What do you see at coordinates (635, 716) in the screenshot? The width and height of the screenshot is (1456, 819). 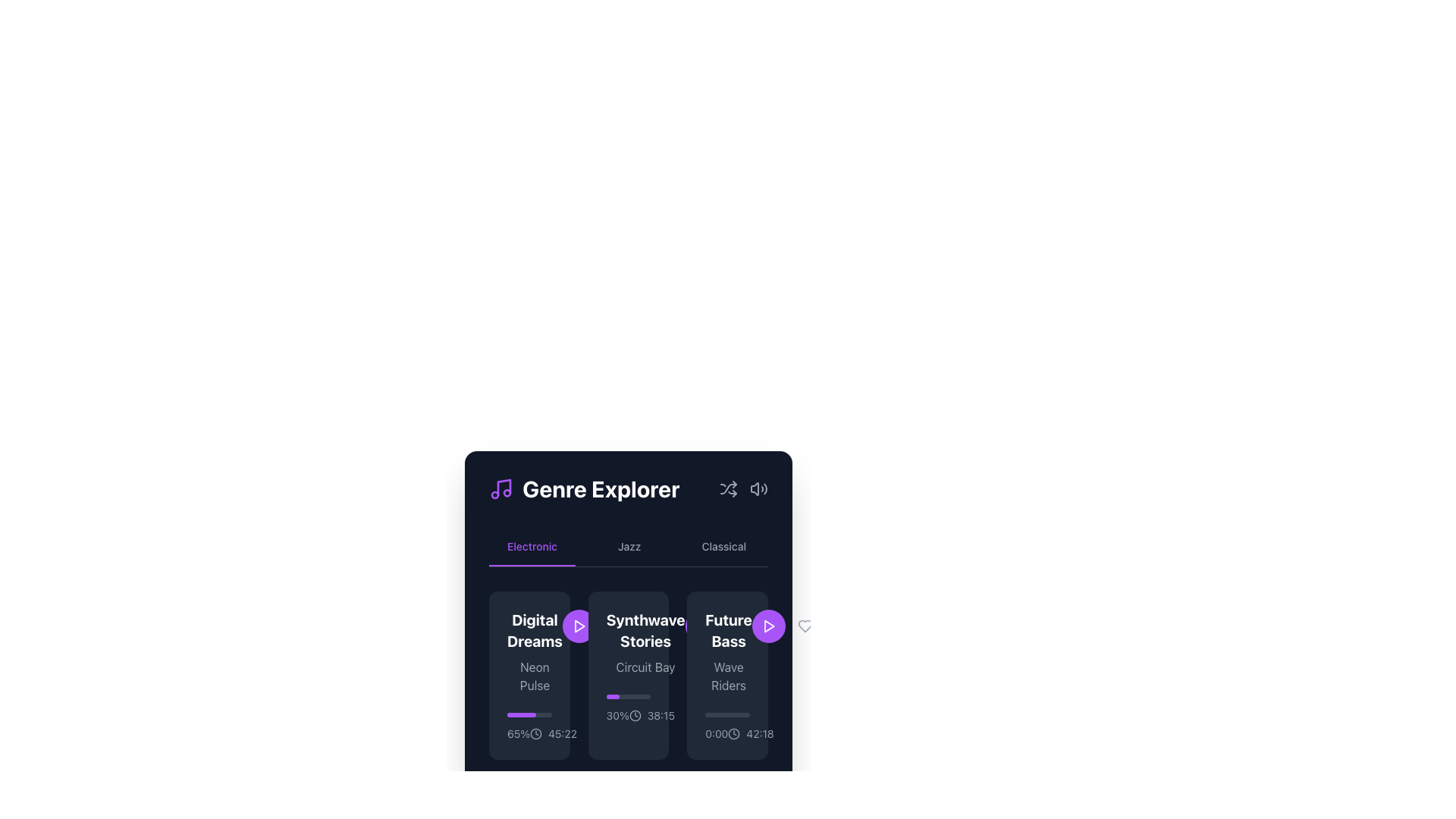 I see `the decorative Circular SVG element that represents the clock icon, located at the bottom-right corner of the genre details card` at bounding box center [635, 716].